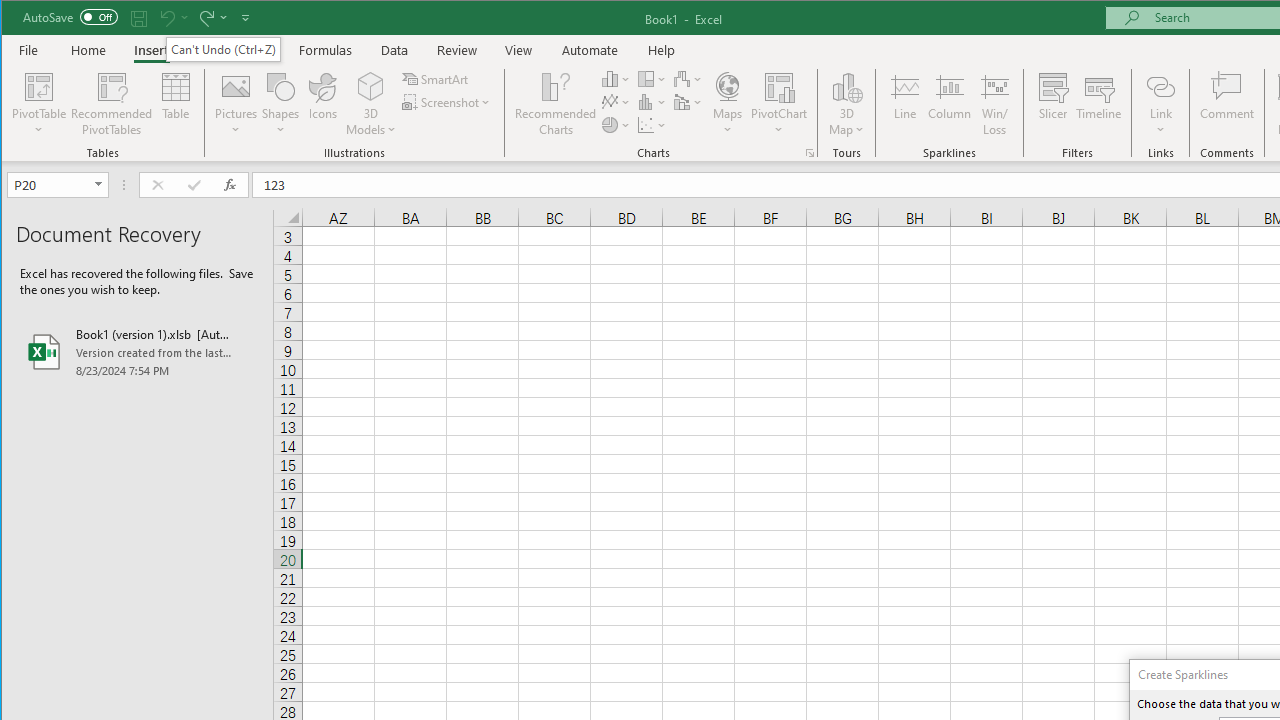  I want to click on 'Insert Statistic Chart', so click(652, 102).